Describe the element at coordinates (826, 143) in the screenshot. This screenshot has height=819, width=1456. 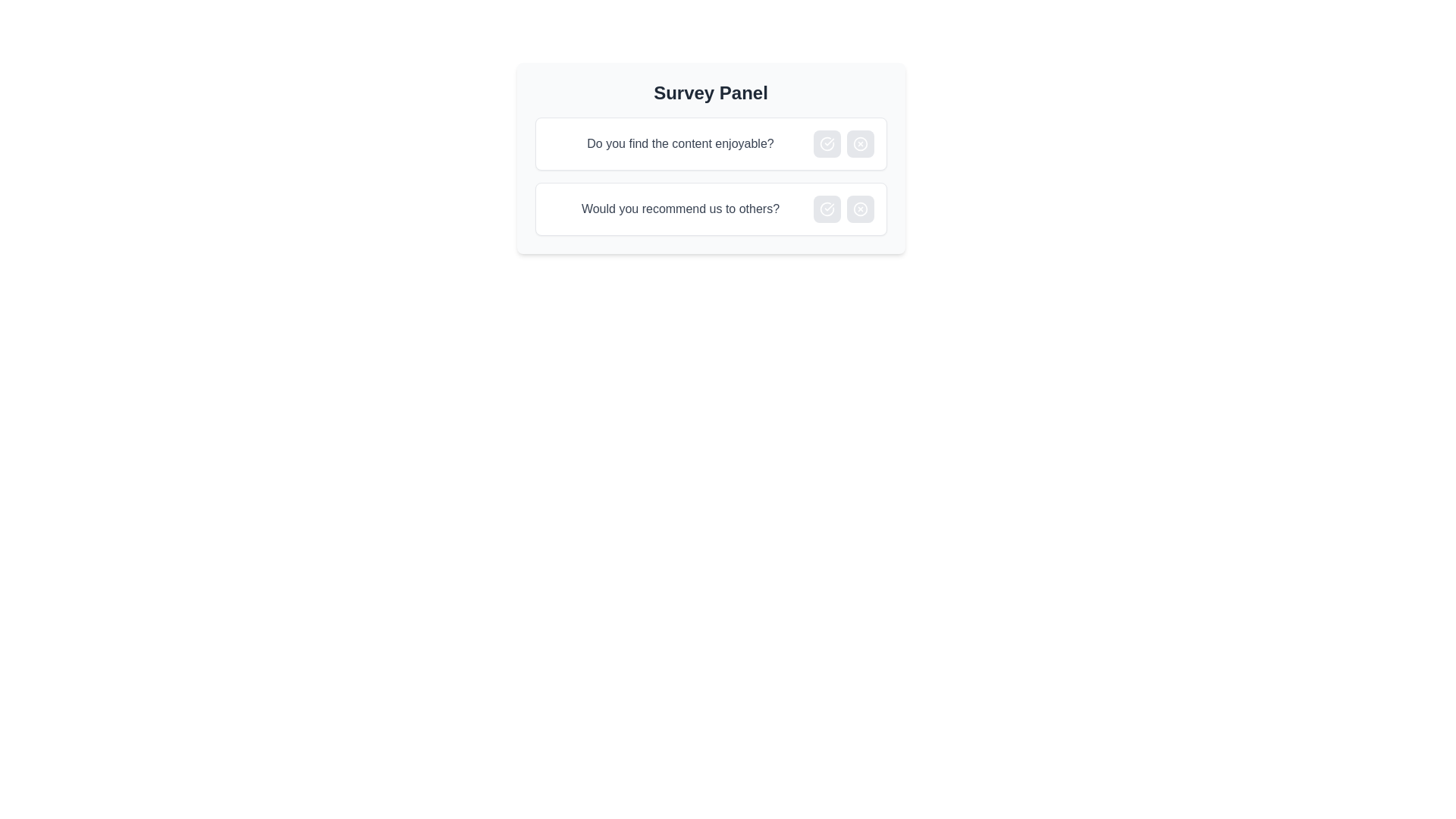
I see `the leftmost button in the action section of the first question row titled 'Do you find the content enjoyable?'` at that location.